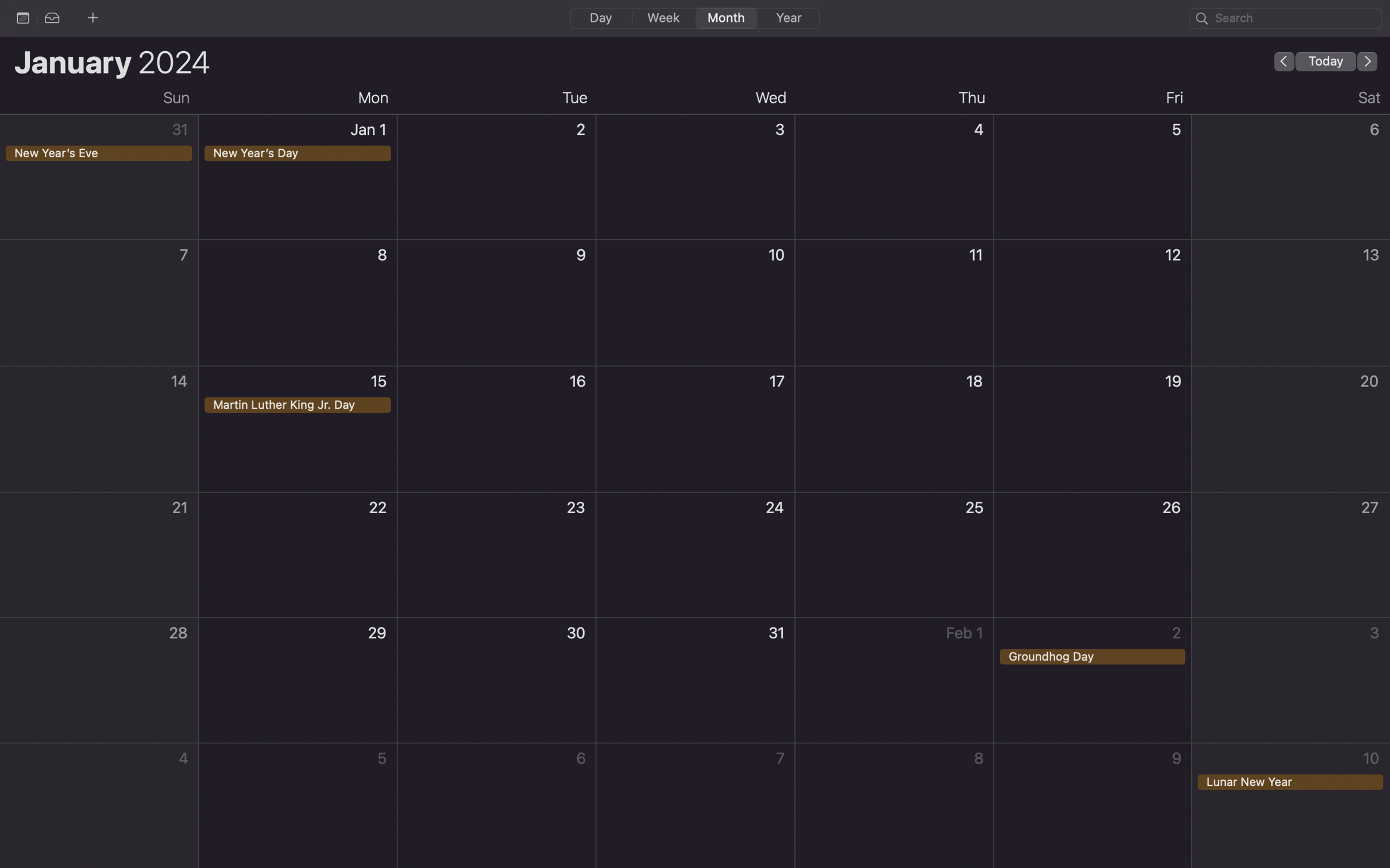 This screenshot has width=1390, height=868. I want to click on Organize a new event on 2nd January, so click(497, 181).